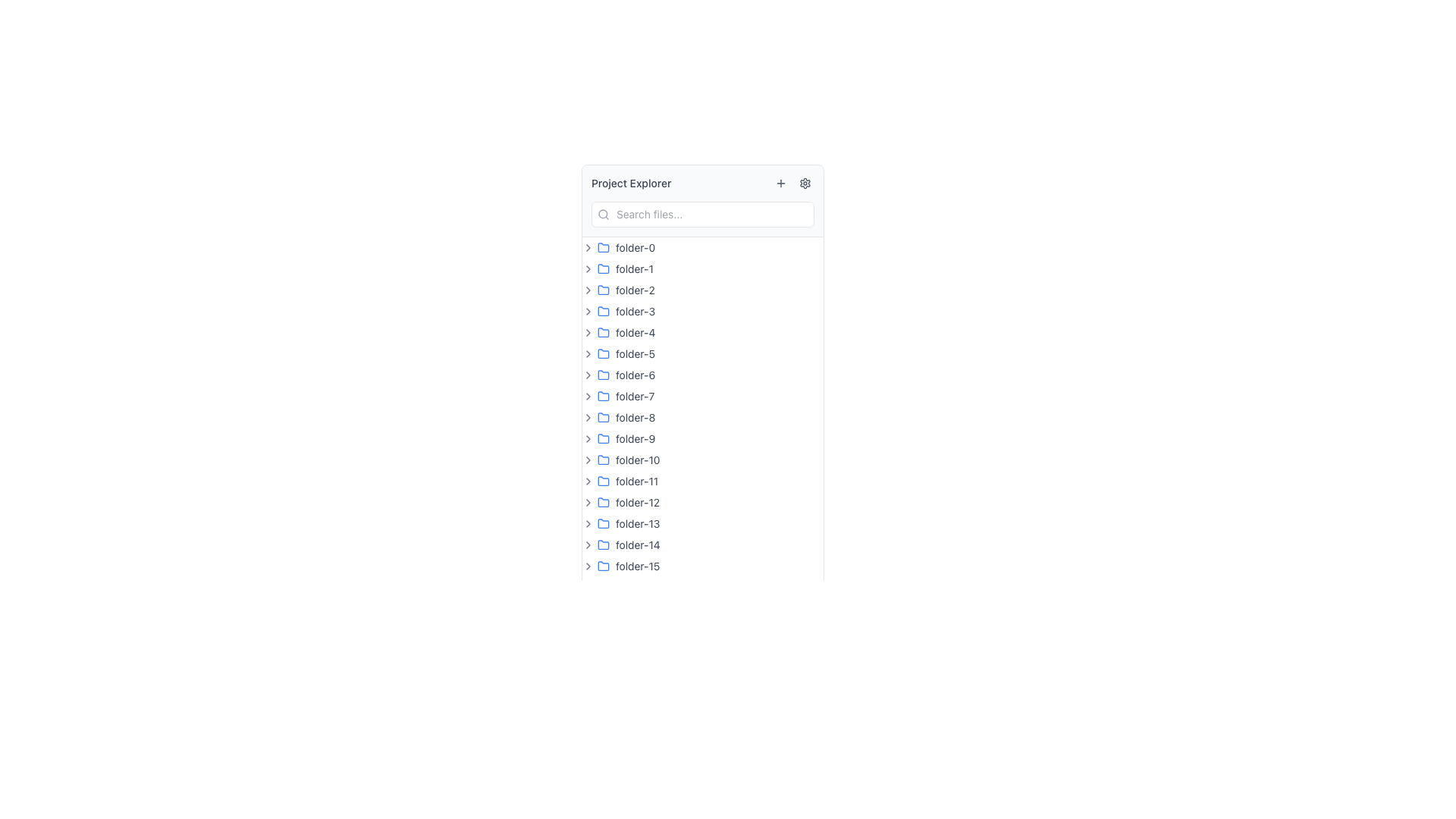 The height and width of the screenshot is (819, 1456). I want to click on the folder icon representing 'folder-0' in the Project Explorer sidebar, so click(603, 247).